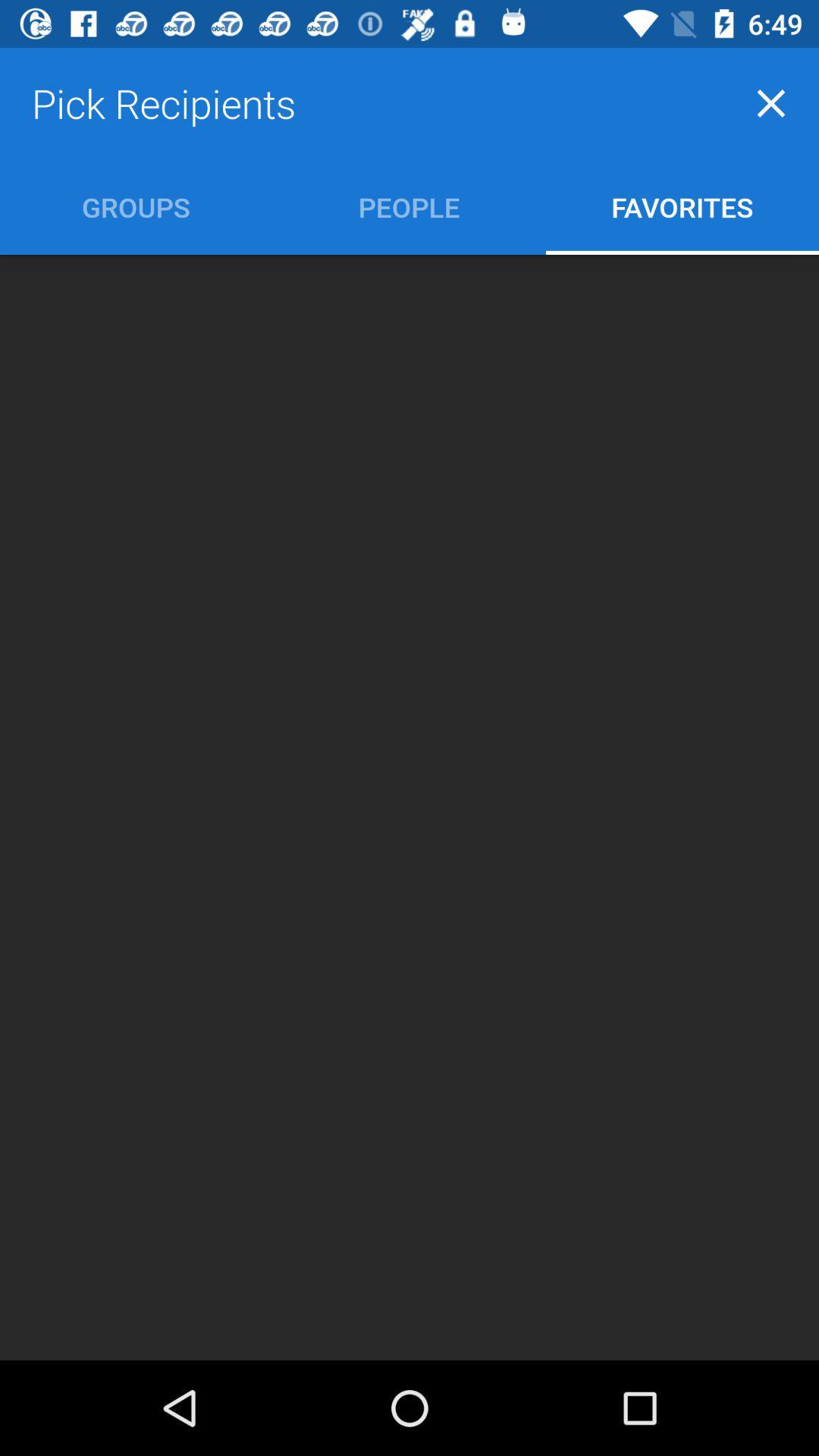 This screenshot has width=819, height=1456. I want to click on item below pick recipients, so click(135, 206).